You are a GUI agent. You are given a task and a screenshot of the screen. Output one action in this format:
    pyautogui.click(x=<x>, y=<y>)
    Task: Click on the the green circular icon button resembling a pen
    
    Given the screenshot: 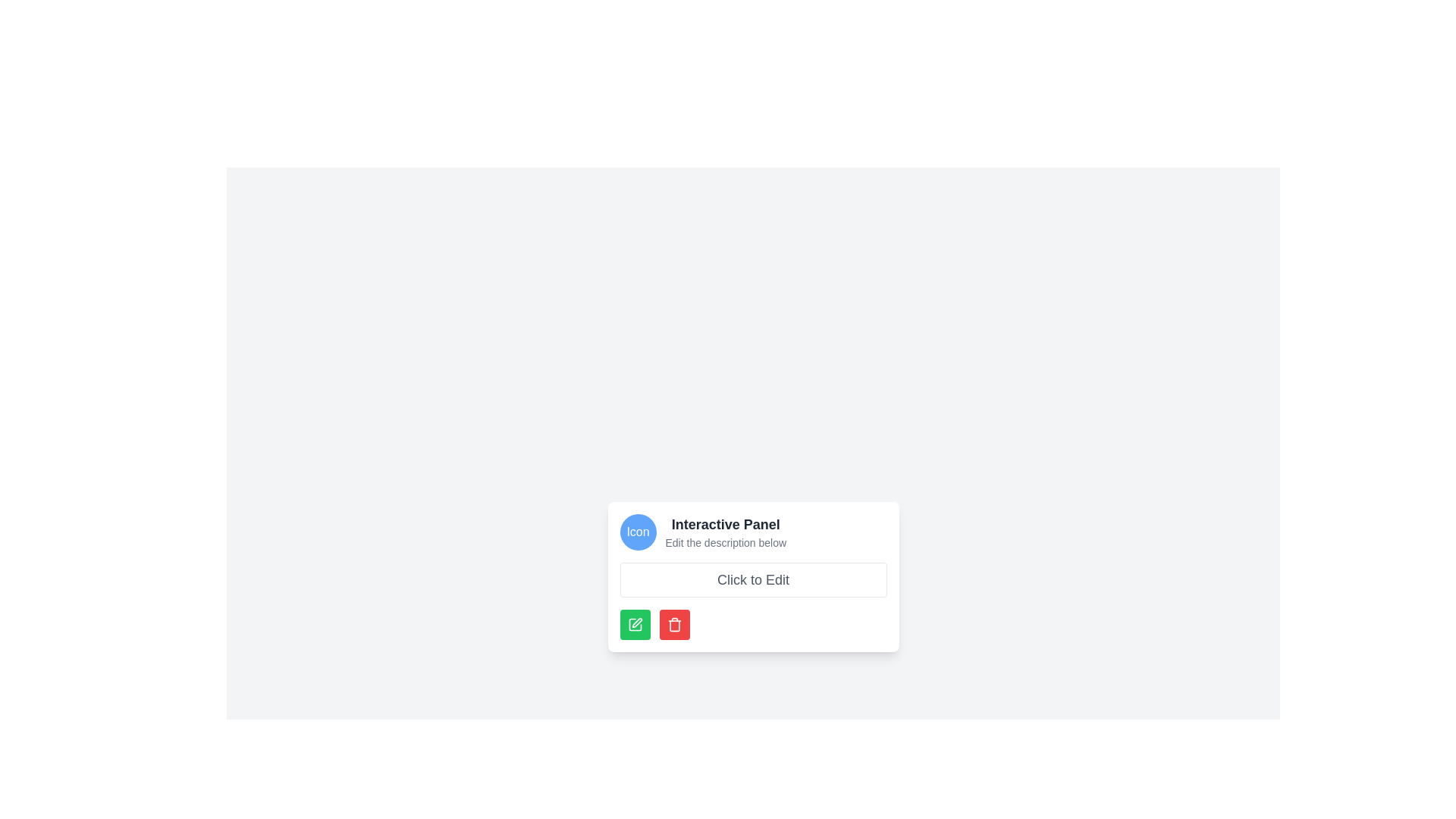 What is the action you would take?
    pyautogui.click(x=635, y=625)
    